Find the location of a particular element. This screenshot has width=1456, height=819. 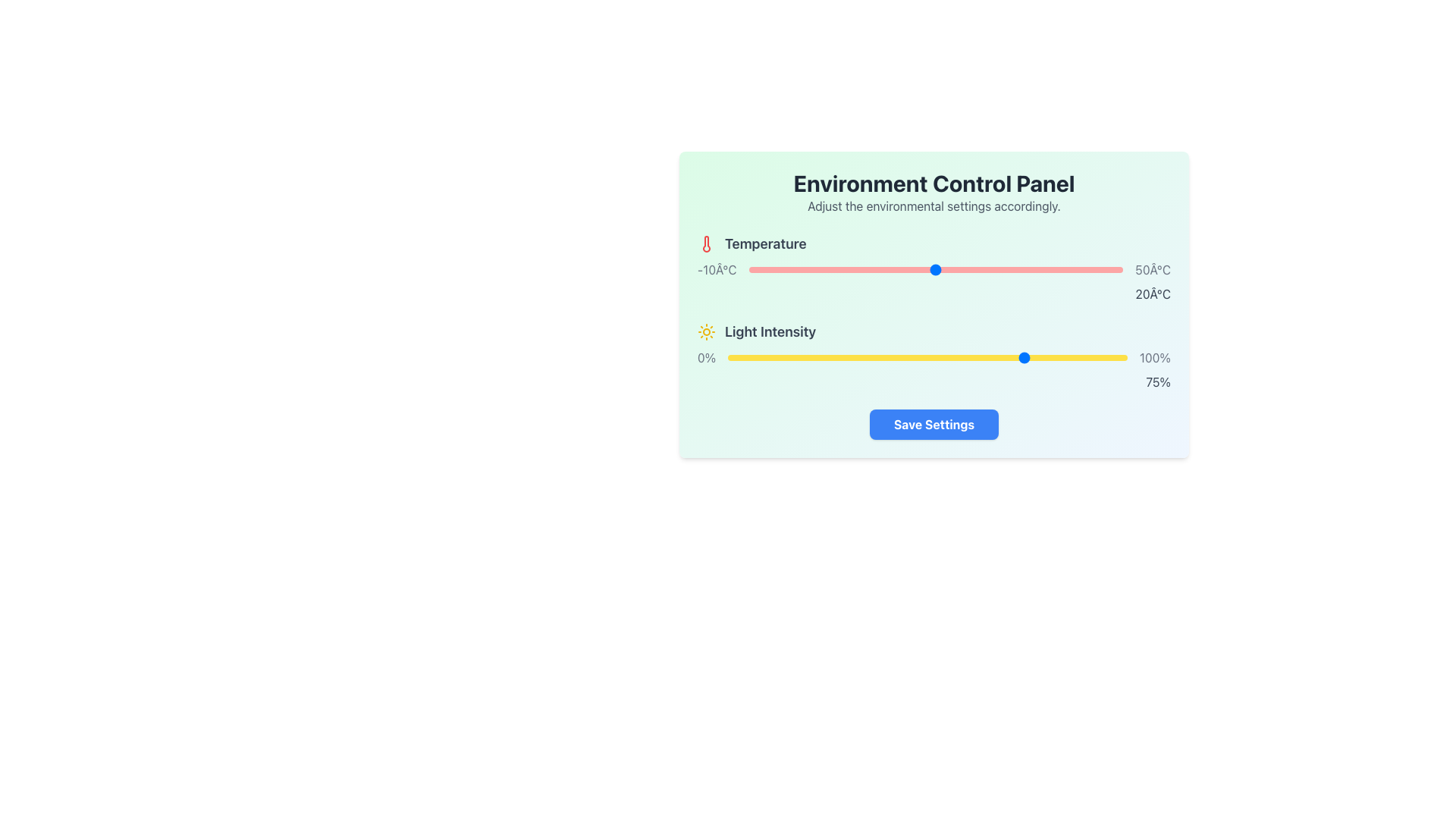

the label text indicating the light intensity control section in the Environment Control Panel interface is located at coordinates (770, 331).